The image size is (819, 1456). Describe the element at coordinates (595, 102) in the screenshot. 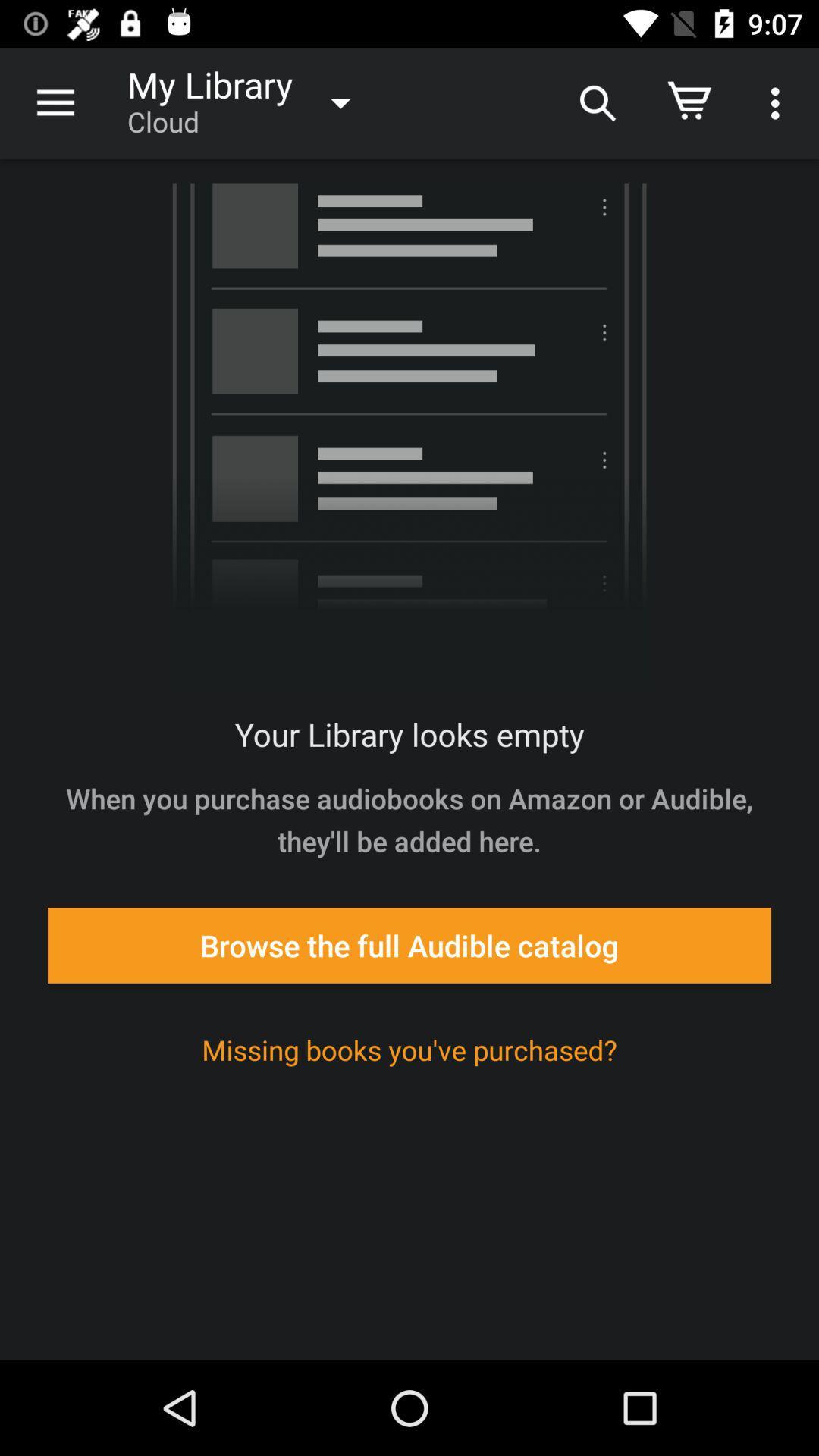

I see `icon next to the my library` at that location.